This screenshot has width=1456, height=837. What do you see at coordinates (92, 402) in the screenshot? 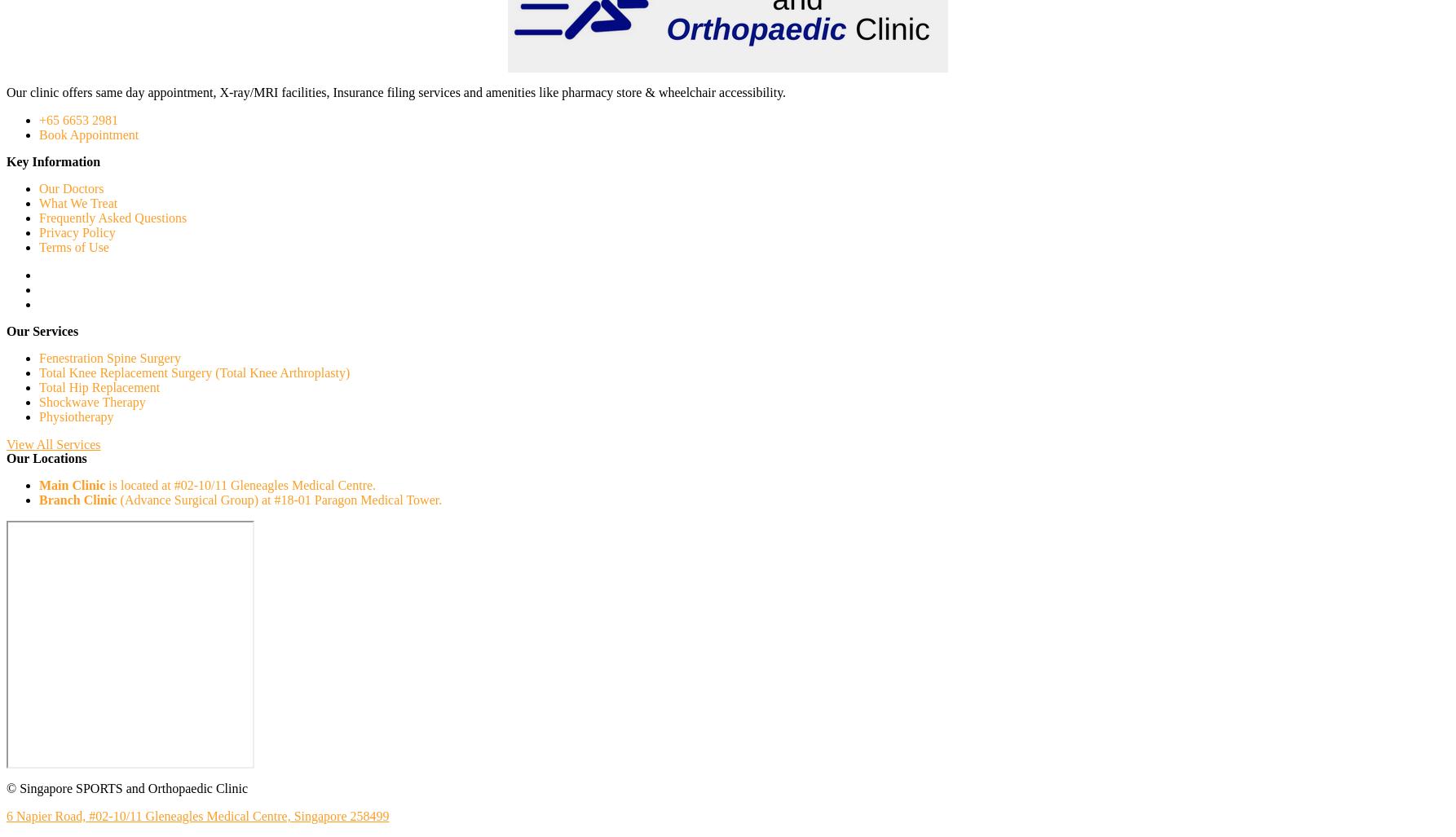
I see `'Shockwave Therapy'` at bounding box center [92, 402].